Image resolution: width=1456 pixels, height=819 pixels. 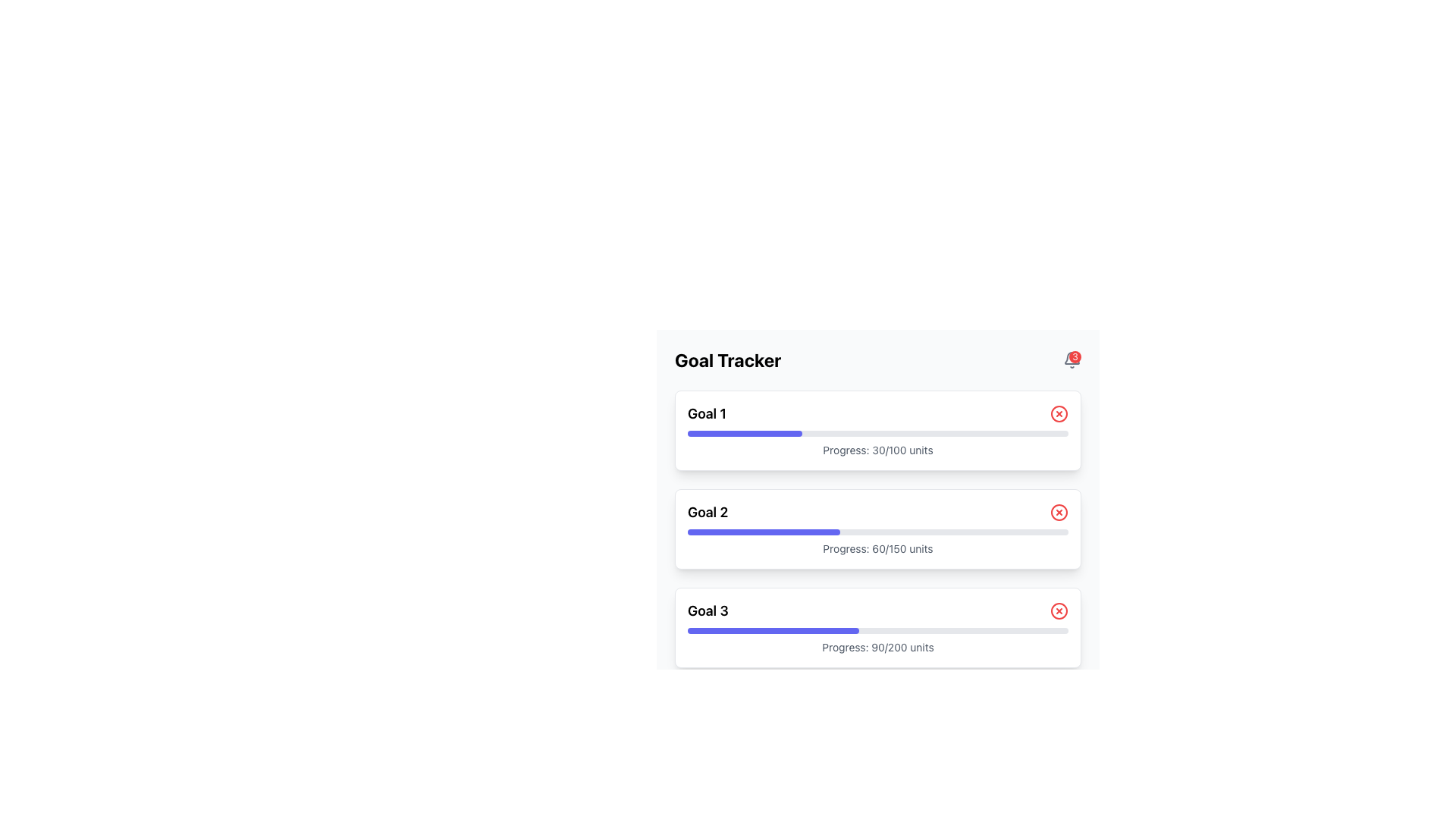 I want to click on the Progress Bar located within the card for 'Goal 3', which is positioned beneath the label 'Goal 3' and above the text 'Progress: 90/200 units', so click(x=877, y=631).